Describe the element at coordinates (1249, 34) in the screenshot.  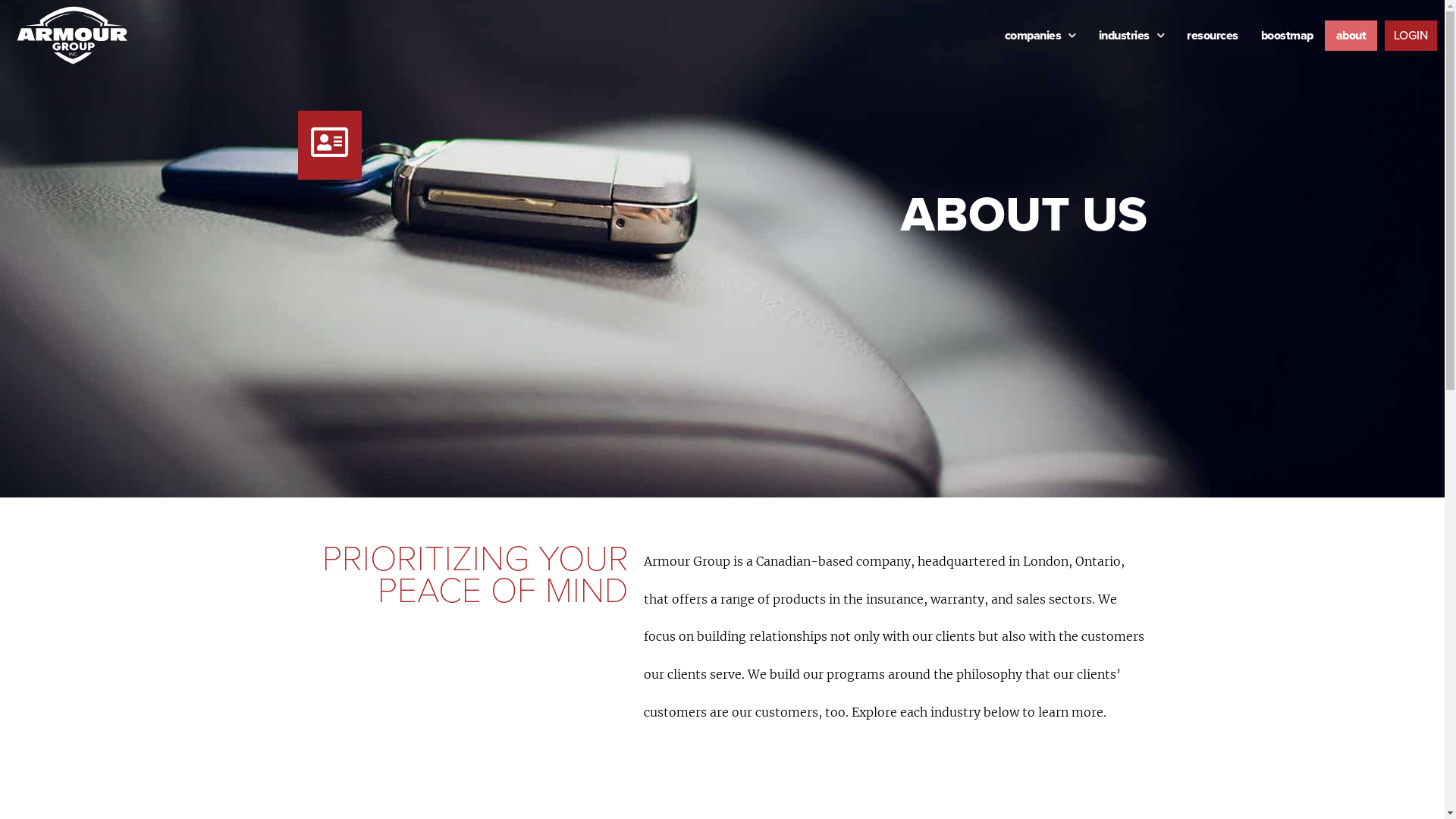
I see `'boostmap'` at that location.